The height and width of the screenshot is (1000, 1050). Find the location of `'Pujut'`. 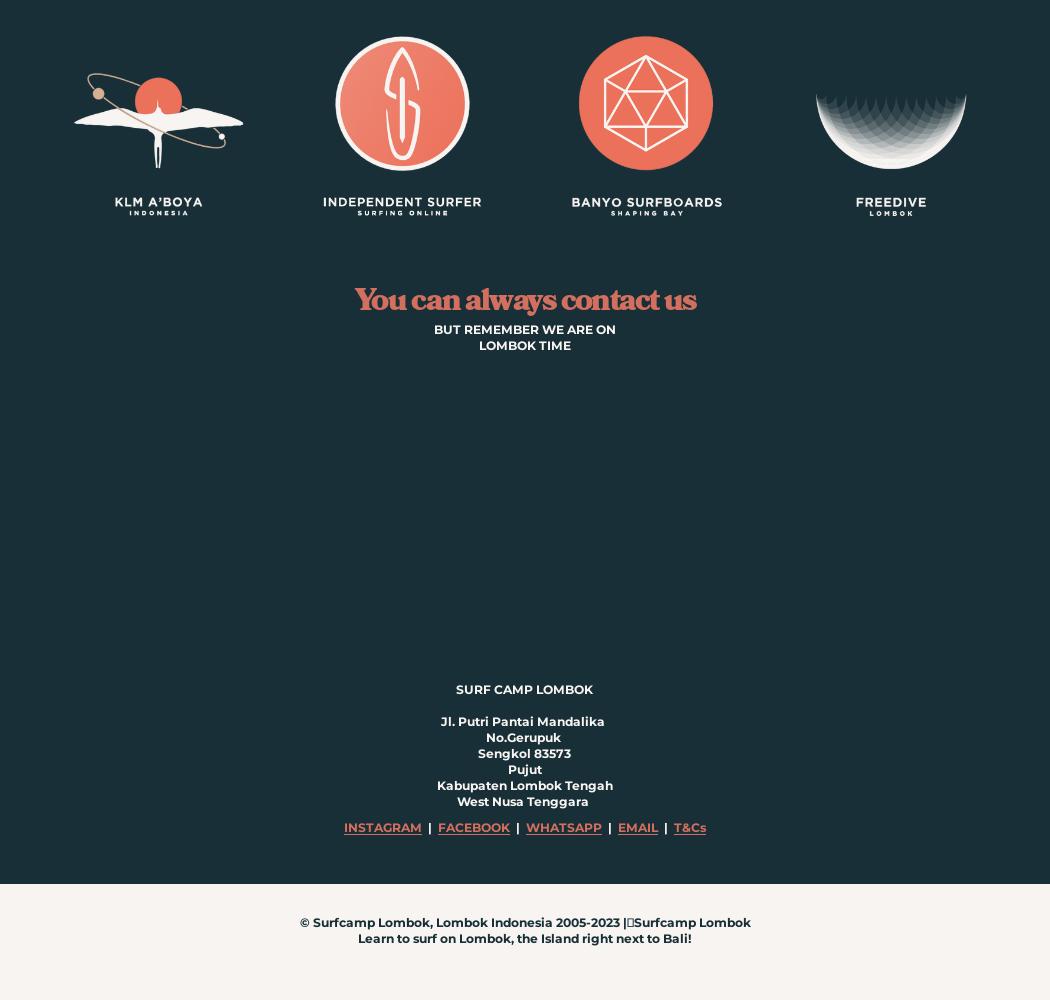

'Pujut' is located at coordinates (522, 768).